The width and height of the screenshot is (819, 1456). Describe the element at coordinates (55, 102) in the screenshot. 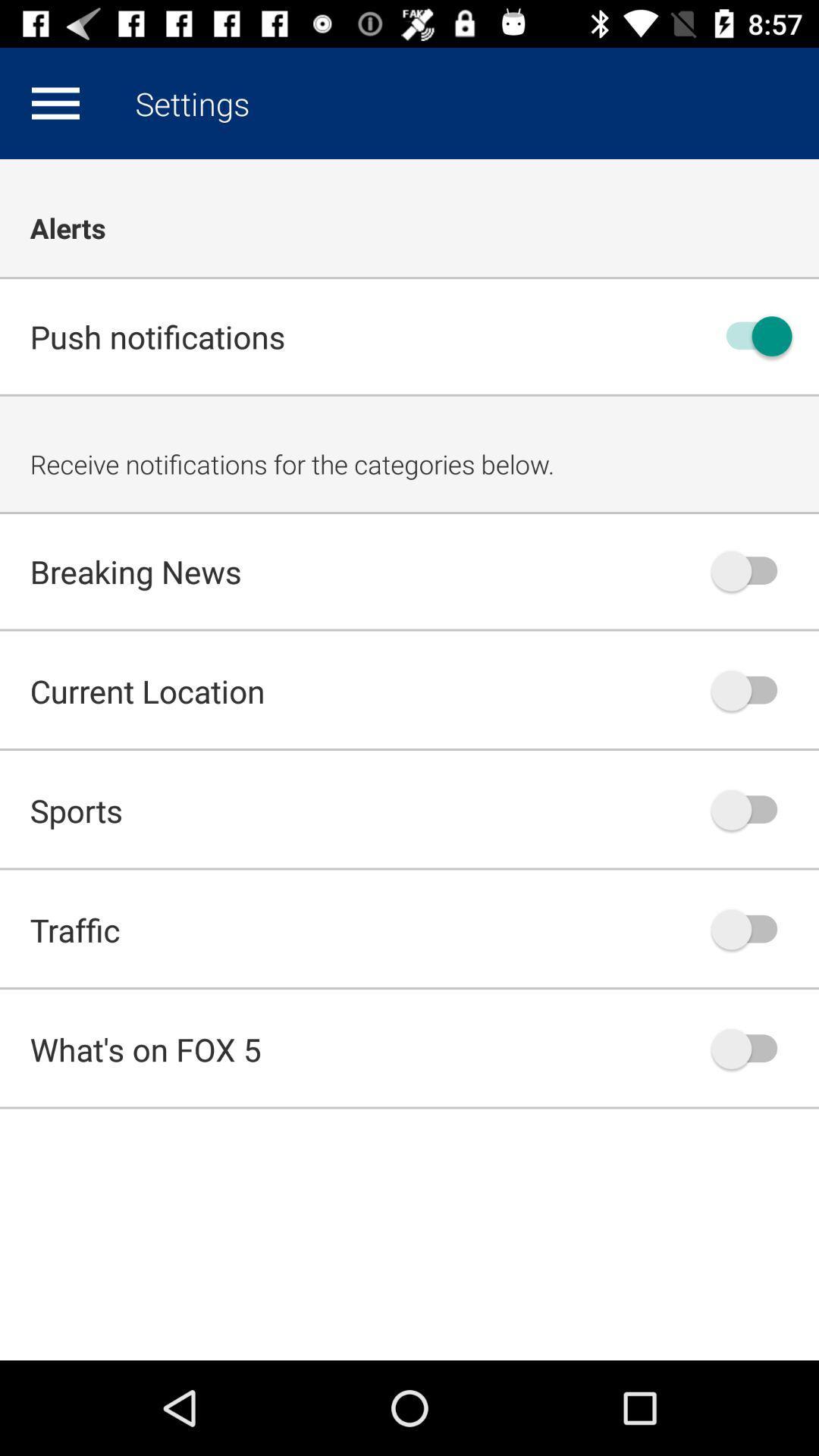

I see `the menu icon` at that location.